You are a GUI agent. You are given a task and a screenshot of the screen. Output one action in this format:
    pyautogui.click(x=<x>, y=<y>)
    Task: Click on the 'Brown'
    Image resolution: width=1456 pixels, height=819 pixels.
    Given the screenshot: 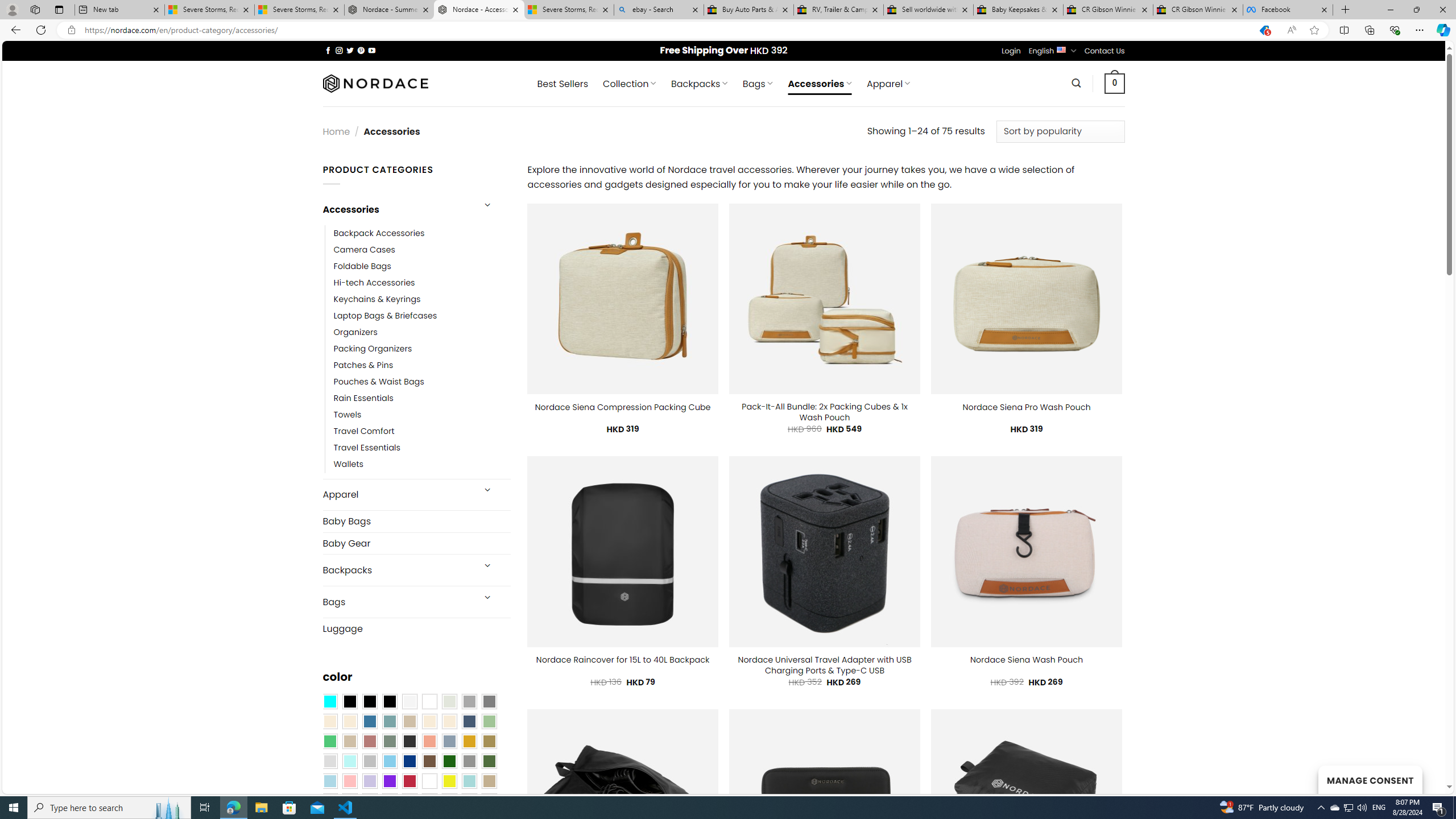 What is the action you would take?
    pyautogui.click(x=429, y=761)
    